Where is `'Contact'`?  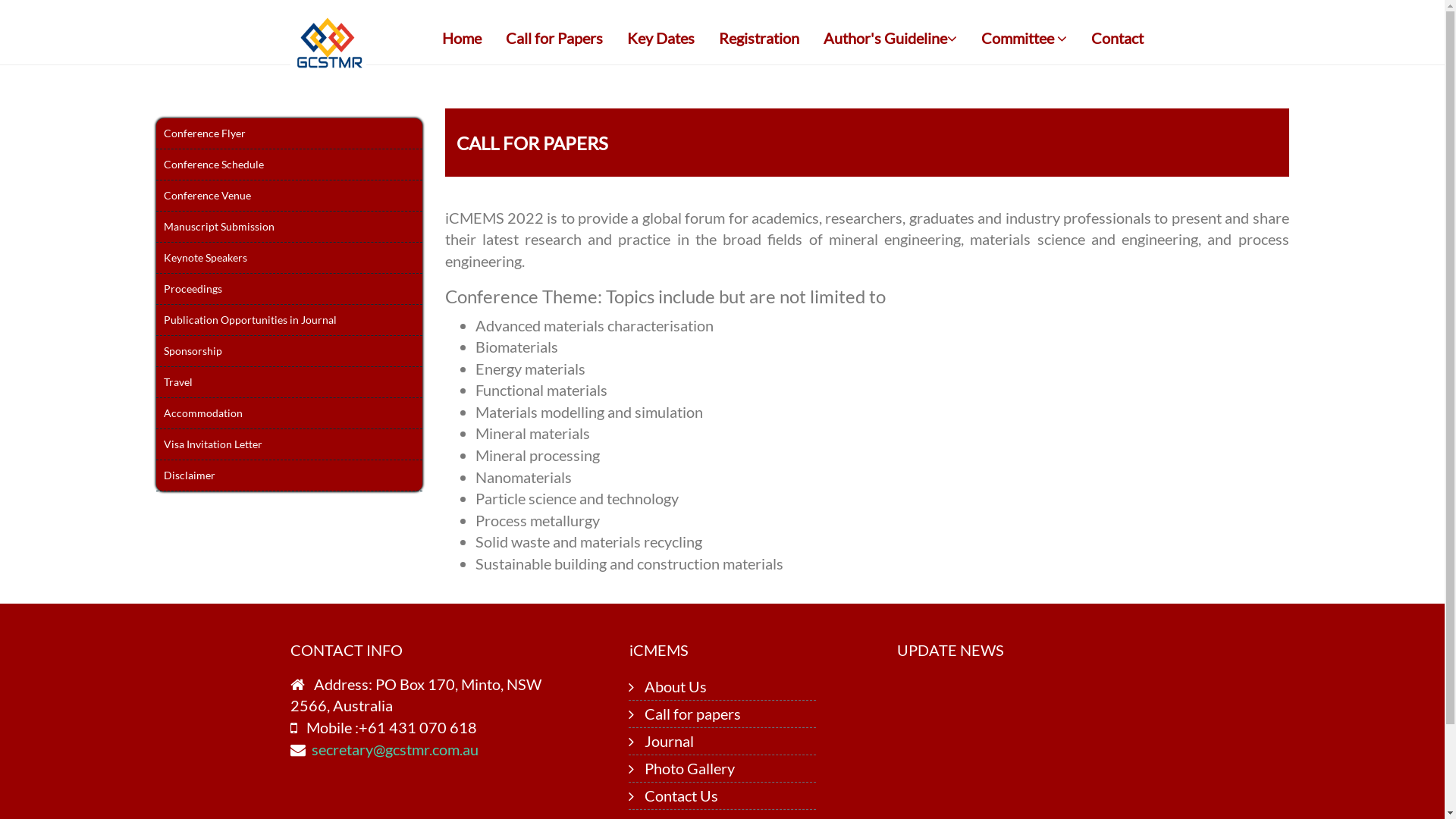 'Contact' is located at coordinates (1117, 37).